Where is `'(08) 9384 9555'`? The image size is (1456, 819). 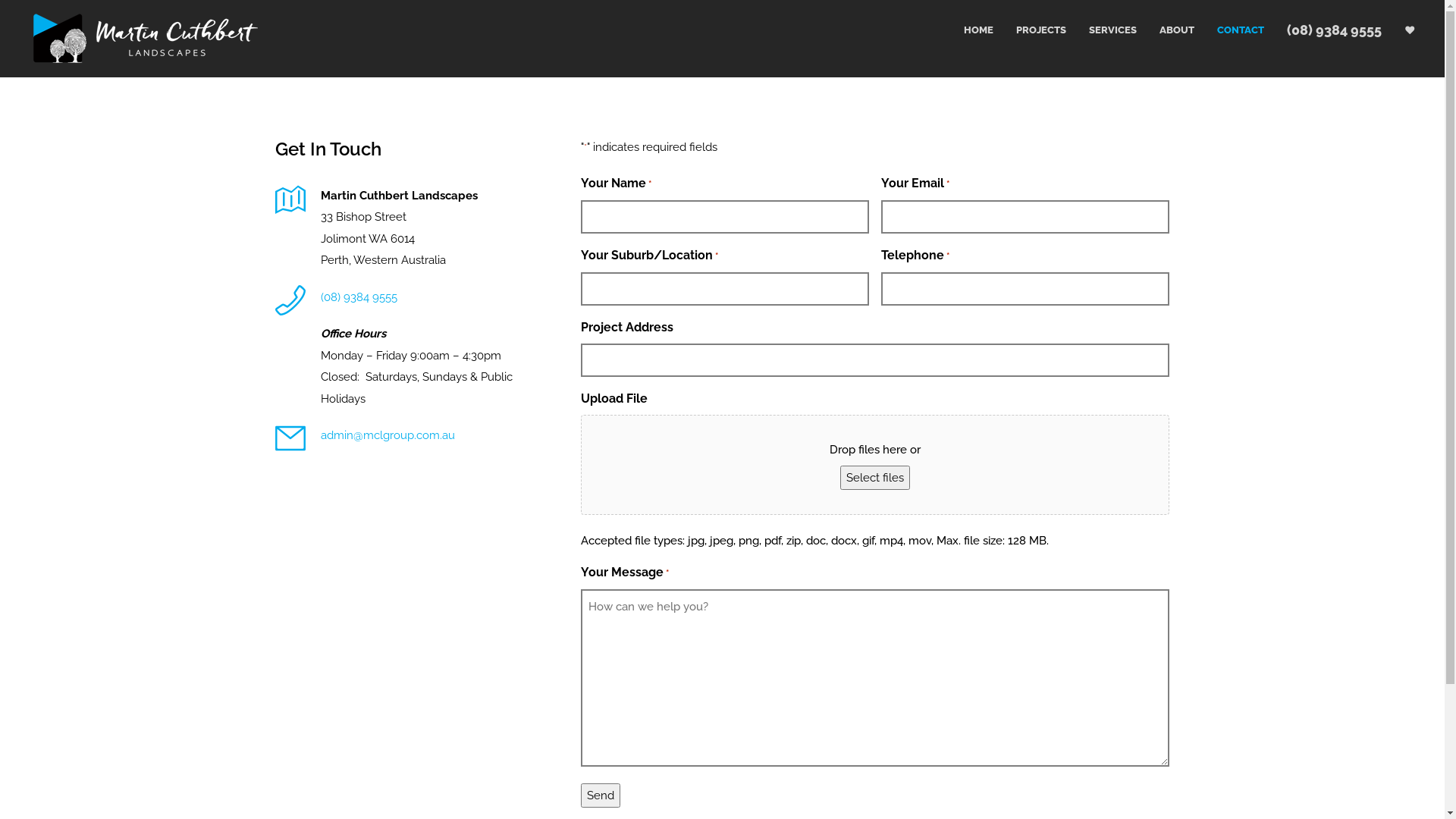 '(08) 9384 9555' is located at coordinates (357, 297).